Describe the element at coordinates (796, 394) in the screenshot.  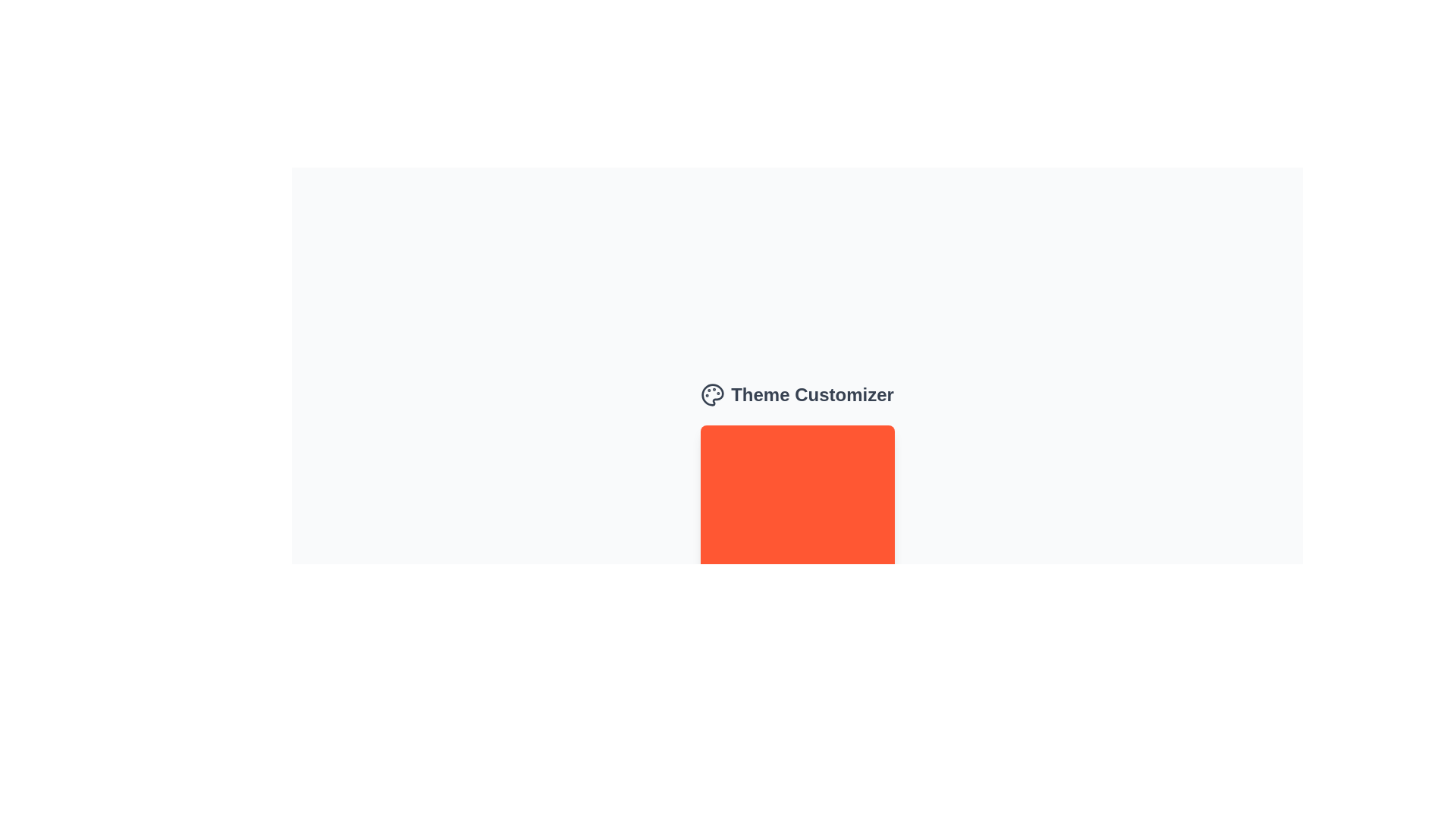
I see `'Theme Customizer' text element, which includes a palette icon, located in the upper middle section of the interface above a large orange square` at that location.